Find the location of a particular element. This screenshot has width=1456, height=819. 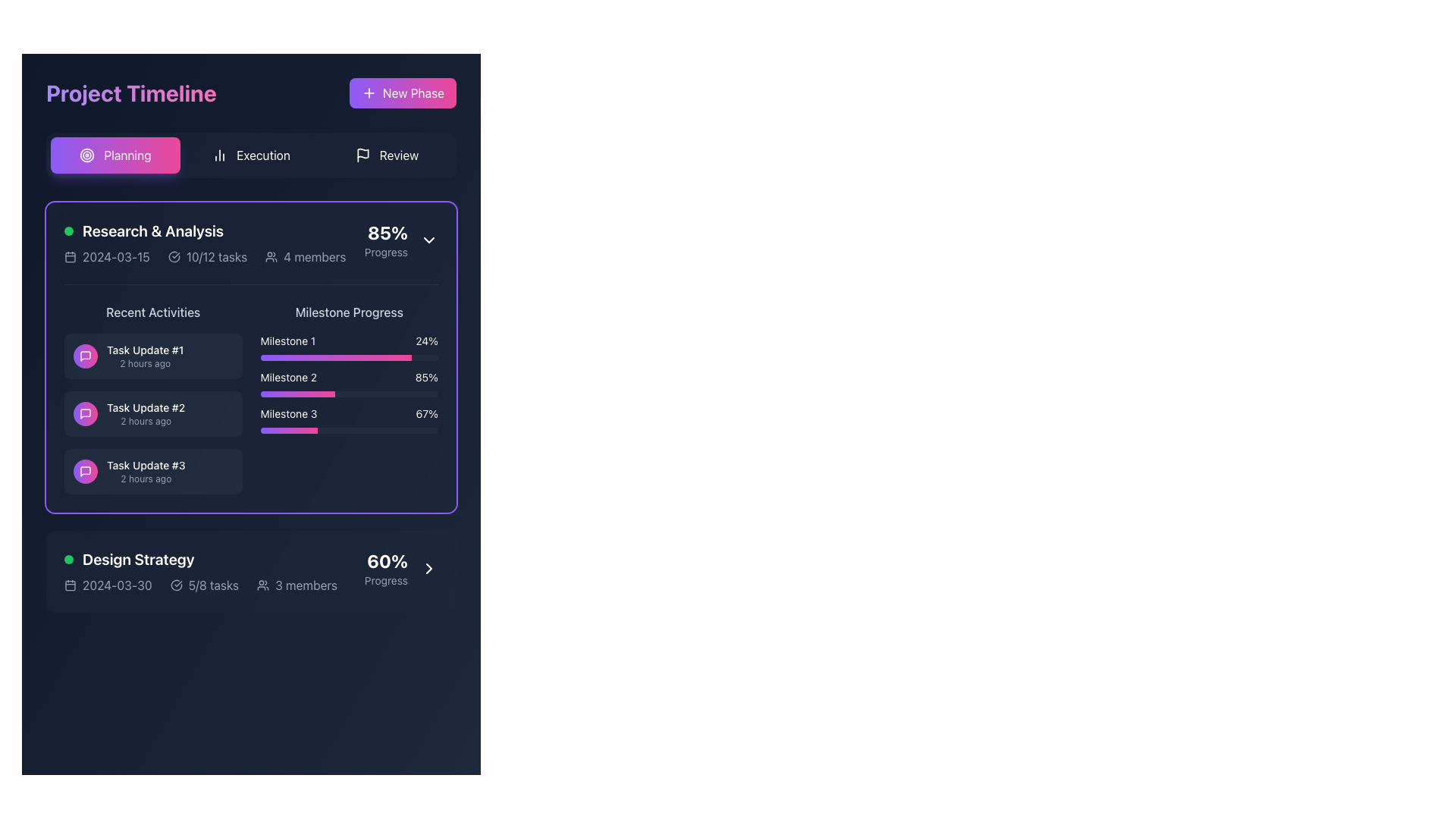

text label that signifies the title of a task update located in the 'Research & Analysis' section's 'Recent Activities' list, specifically the third item from the top is located at coordinates (146, 464).